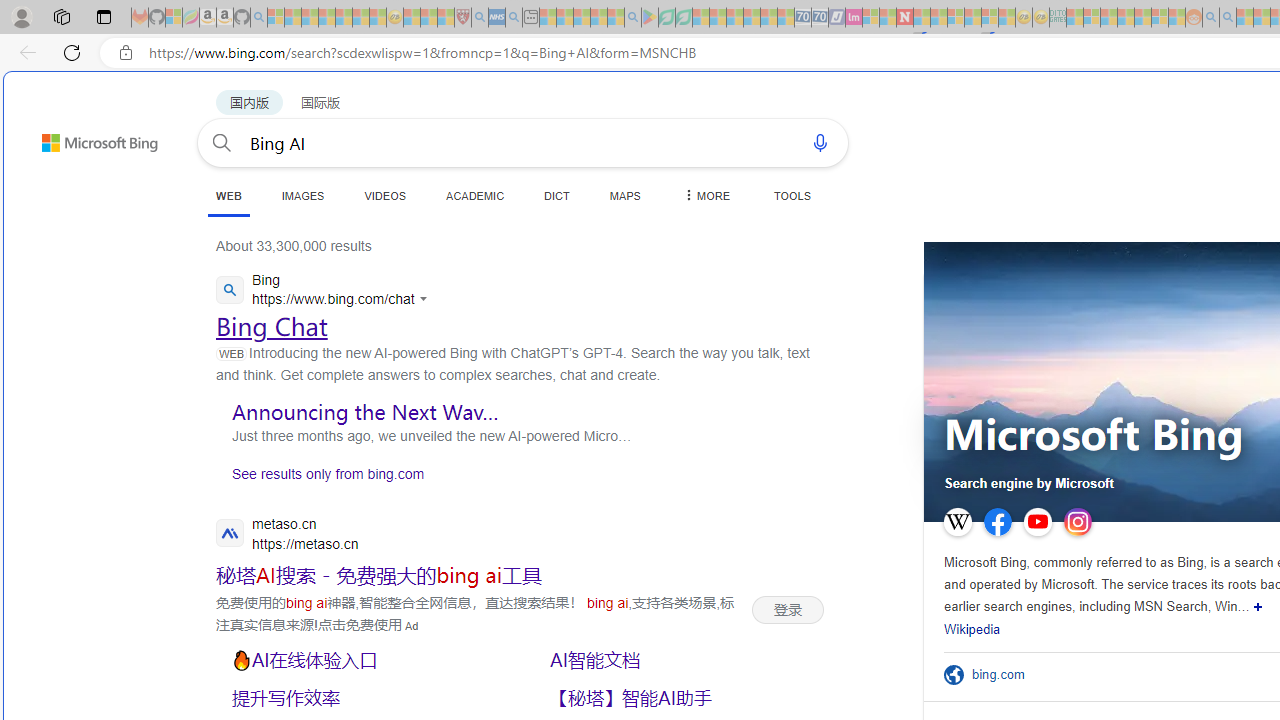 This screenshot has height=720, width=1280. Describe the element at coordinates (271, 325) in the screenshot. I see `'Bing Chat'` at that location.